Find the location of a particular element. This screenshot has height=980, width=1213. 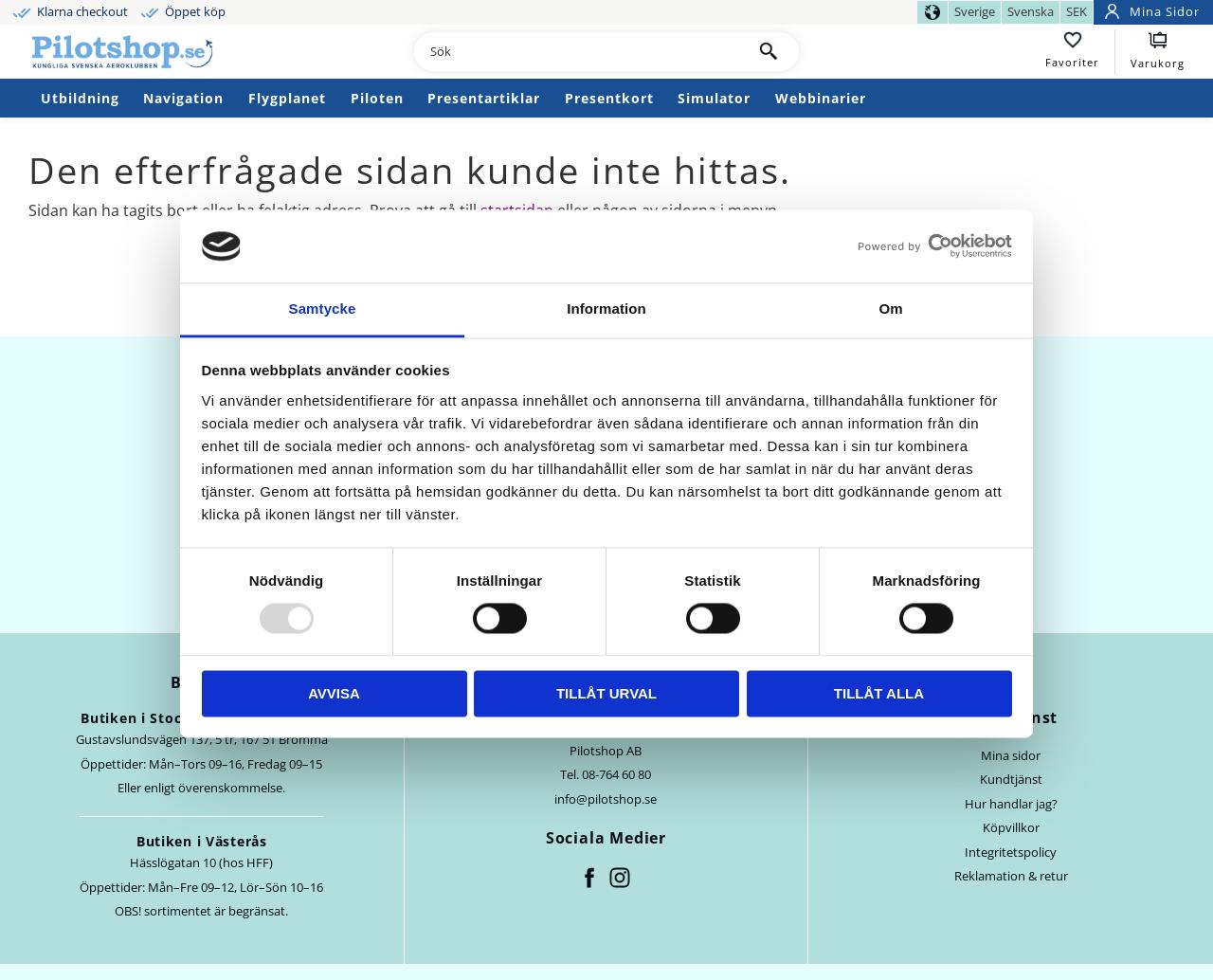

'Navigation' is located at coordinates (183, 97).